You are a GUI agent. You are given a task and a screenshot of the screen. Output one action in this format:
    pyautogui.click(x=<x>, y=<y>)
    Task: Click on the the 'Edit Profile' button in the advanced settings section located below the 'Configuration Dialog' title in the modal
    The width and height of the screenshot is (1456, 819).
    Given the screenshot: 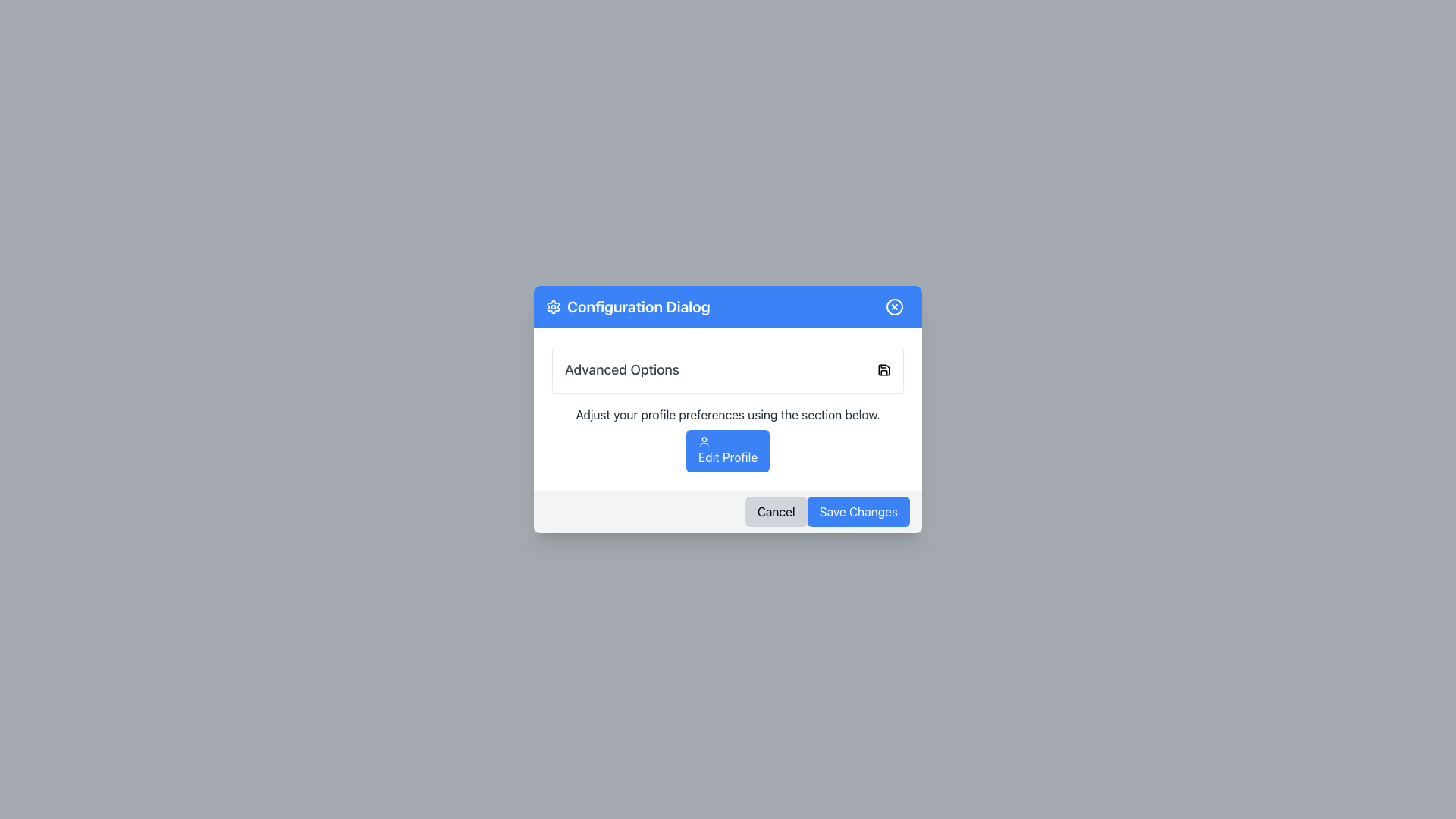 What is the action you would take?
    pyautogui.click(x=728, y=409)
    